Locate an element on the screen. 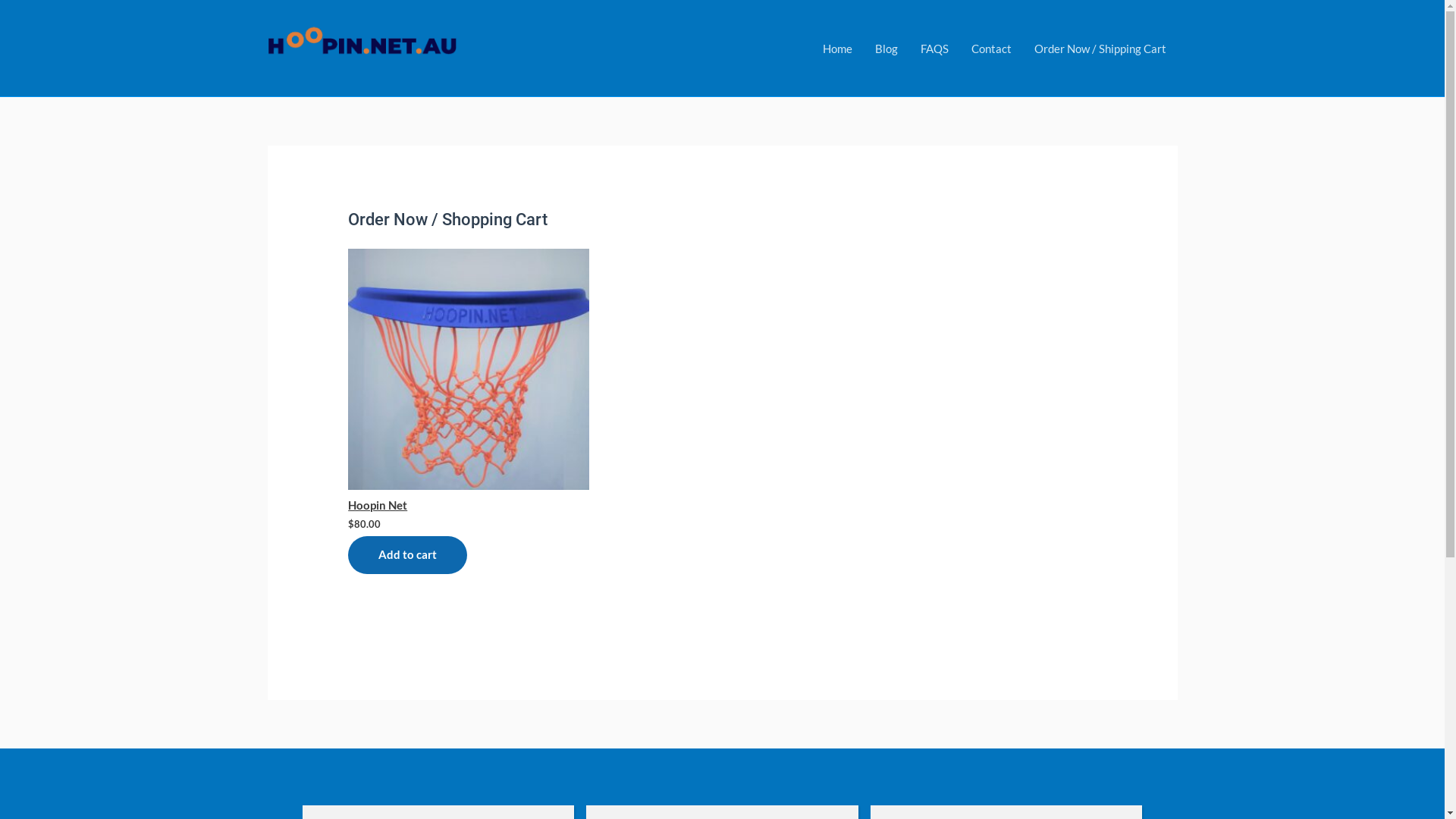 The height and width of the screenshot is (819, 1456). 'Order Now / Shipping Cart' is located at coordinates (1099, 46).